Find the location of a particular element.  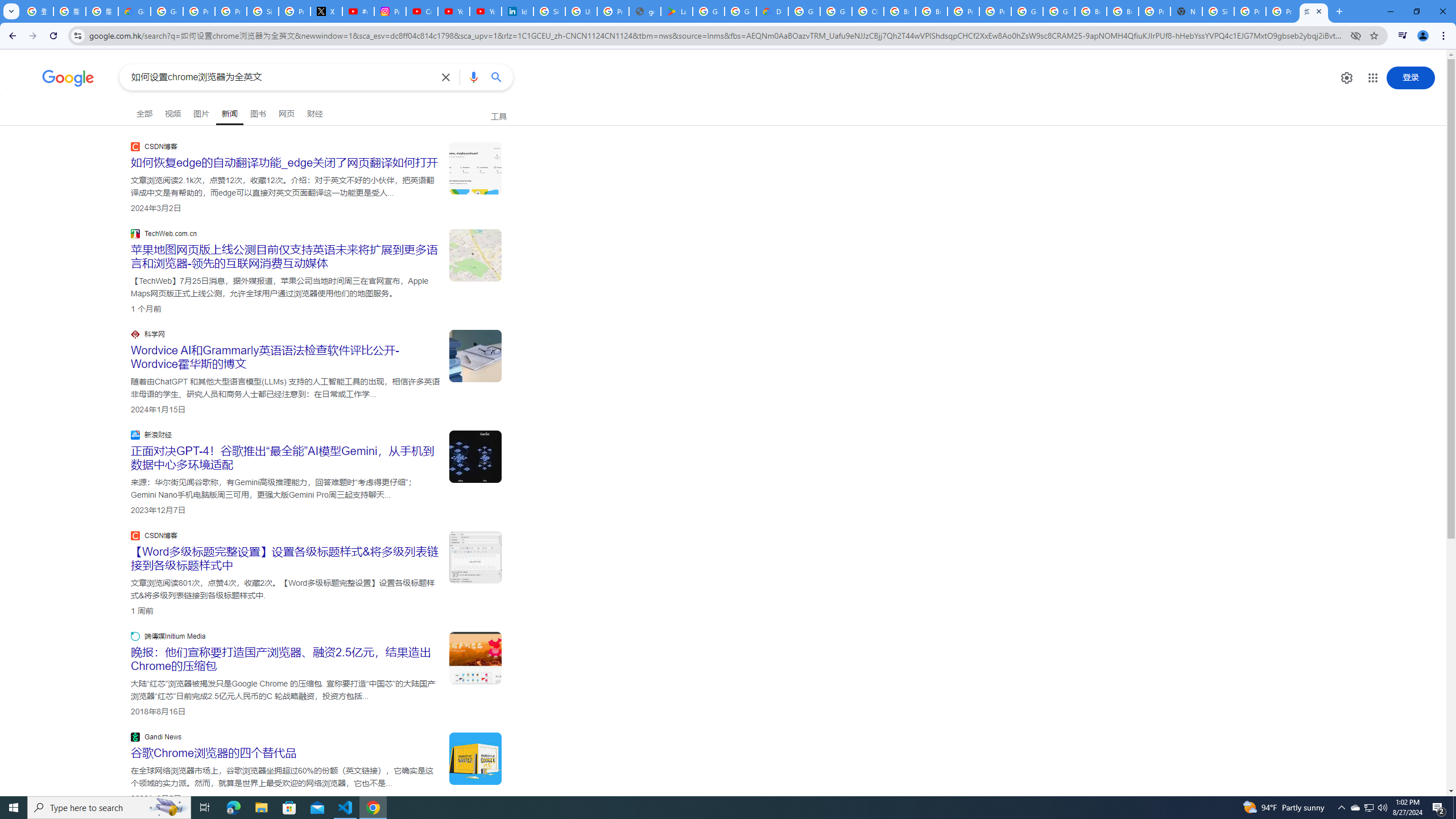

'#nbabasketballhighlights - YouTube' is located at coordinates (359, 11).